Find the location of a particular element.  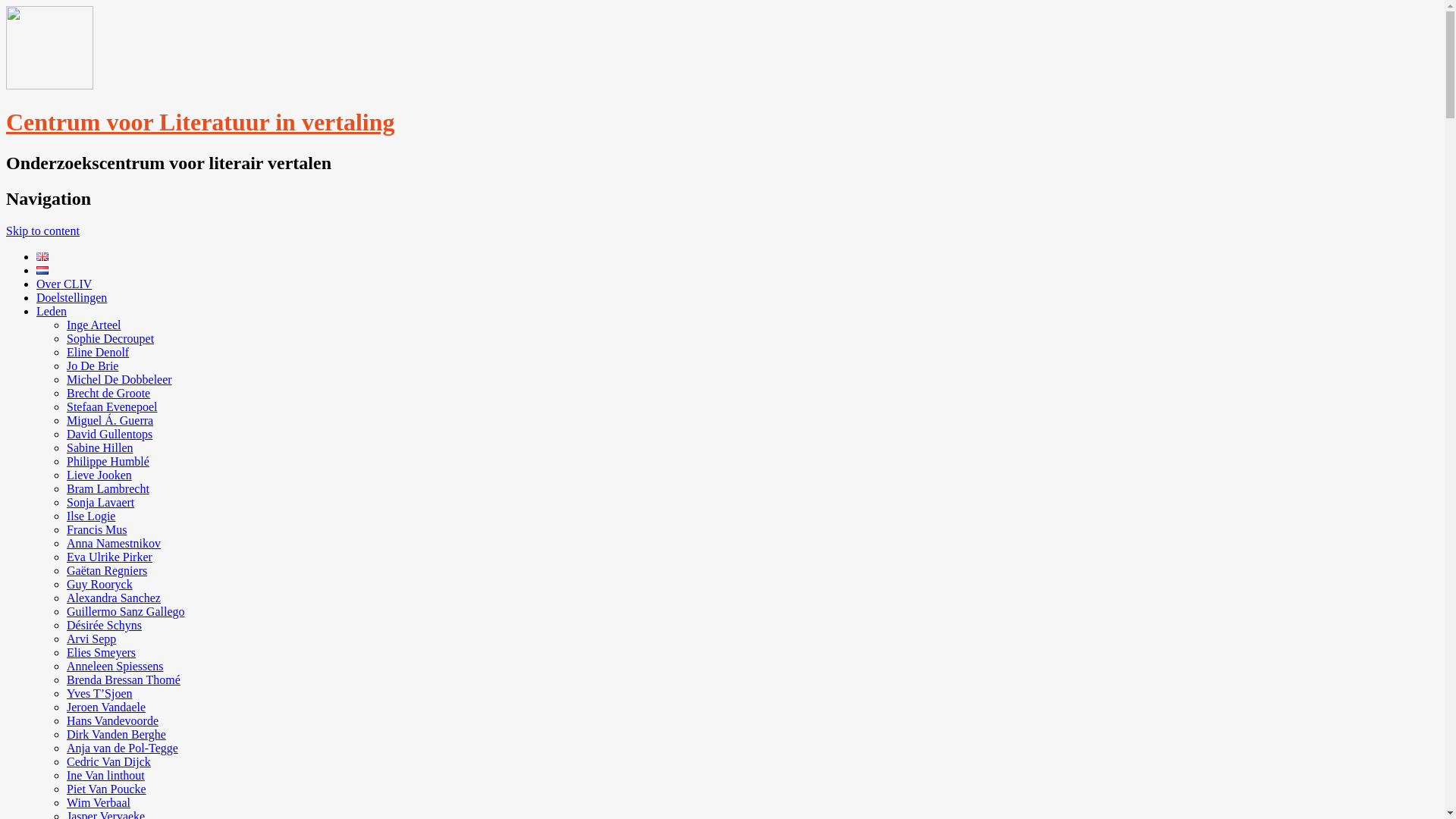

'Eva Ulrike Pirker' is located at coordinates (108, 557).